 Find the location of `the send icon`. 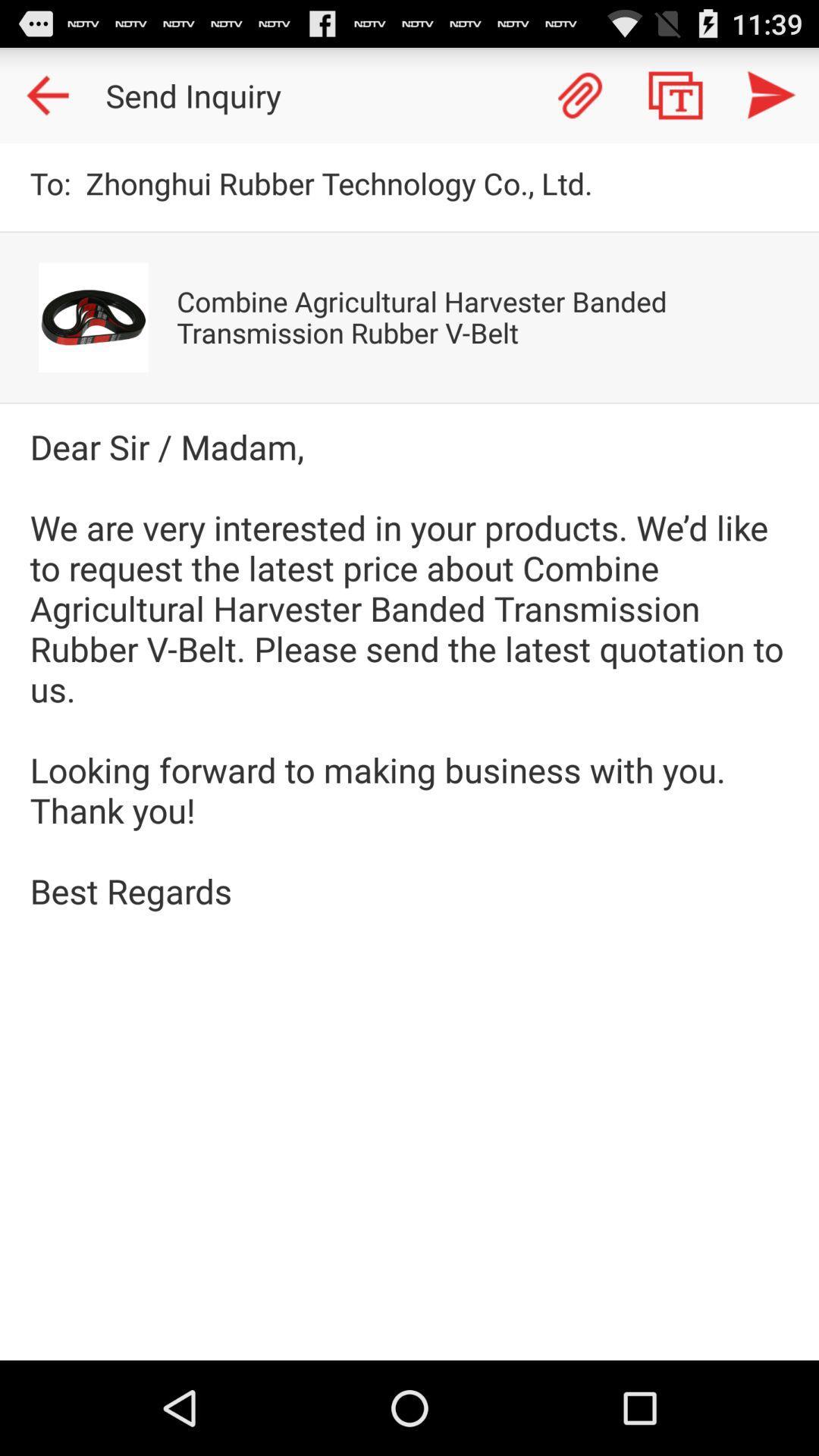

the send icon is located at coordinates (771, 101).